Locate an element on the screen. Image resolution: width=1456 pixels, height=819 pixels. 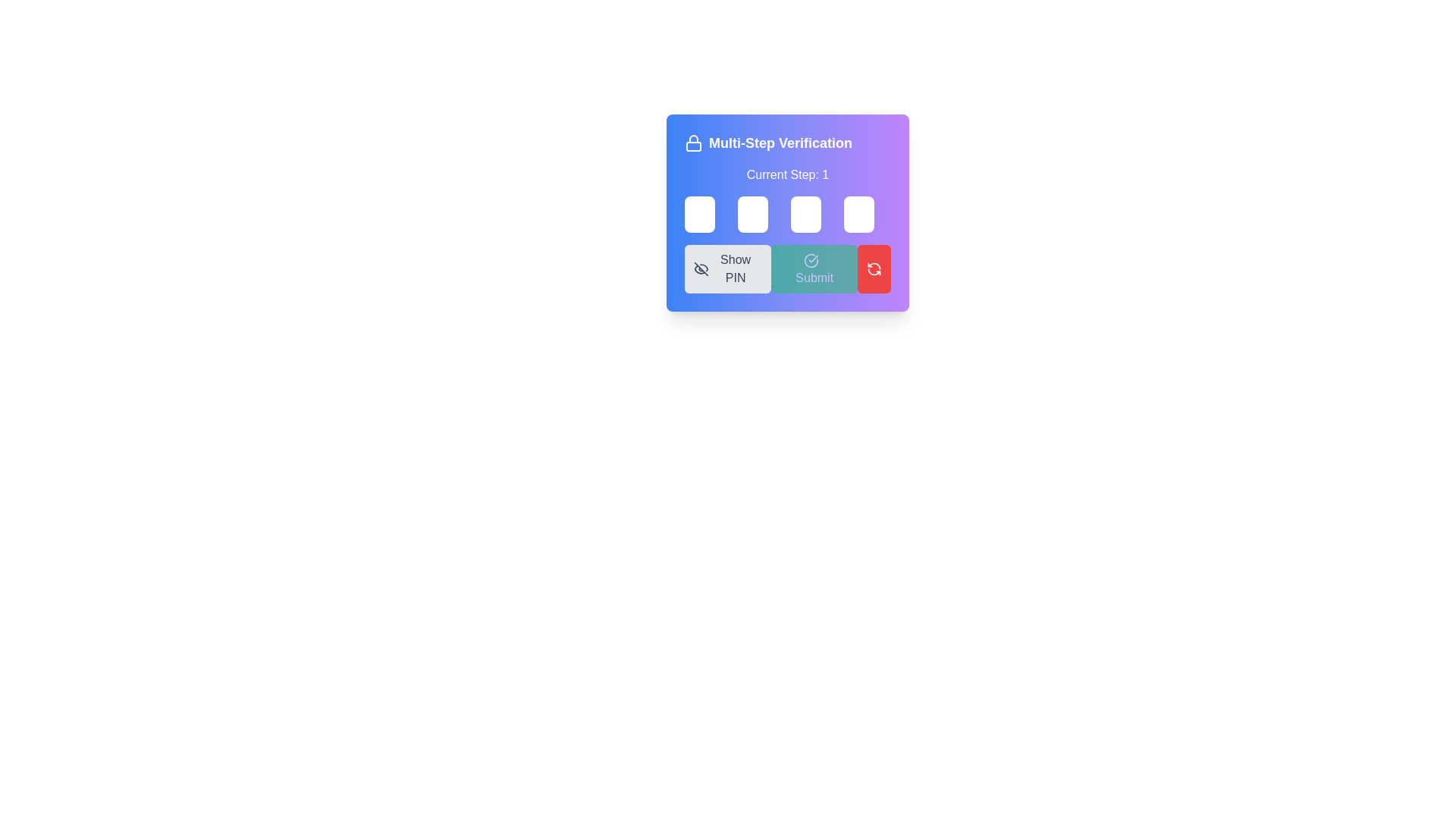
the submission button located between the 'Show PIN' button and a red refresh button is located at coordinates (814, 268).